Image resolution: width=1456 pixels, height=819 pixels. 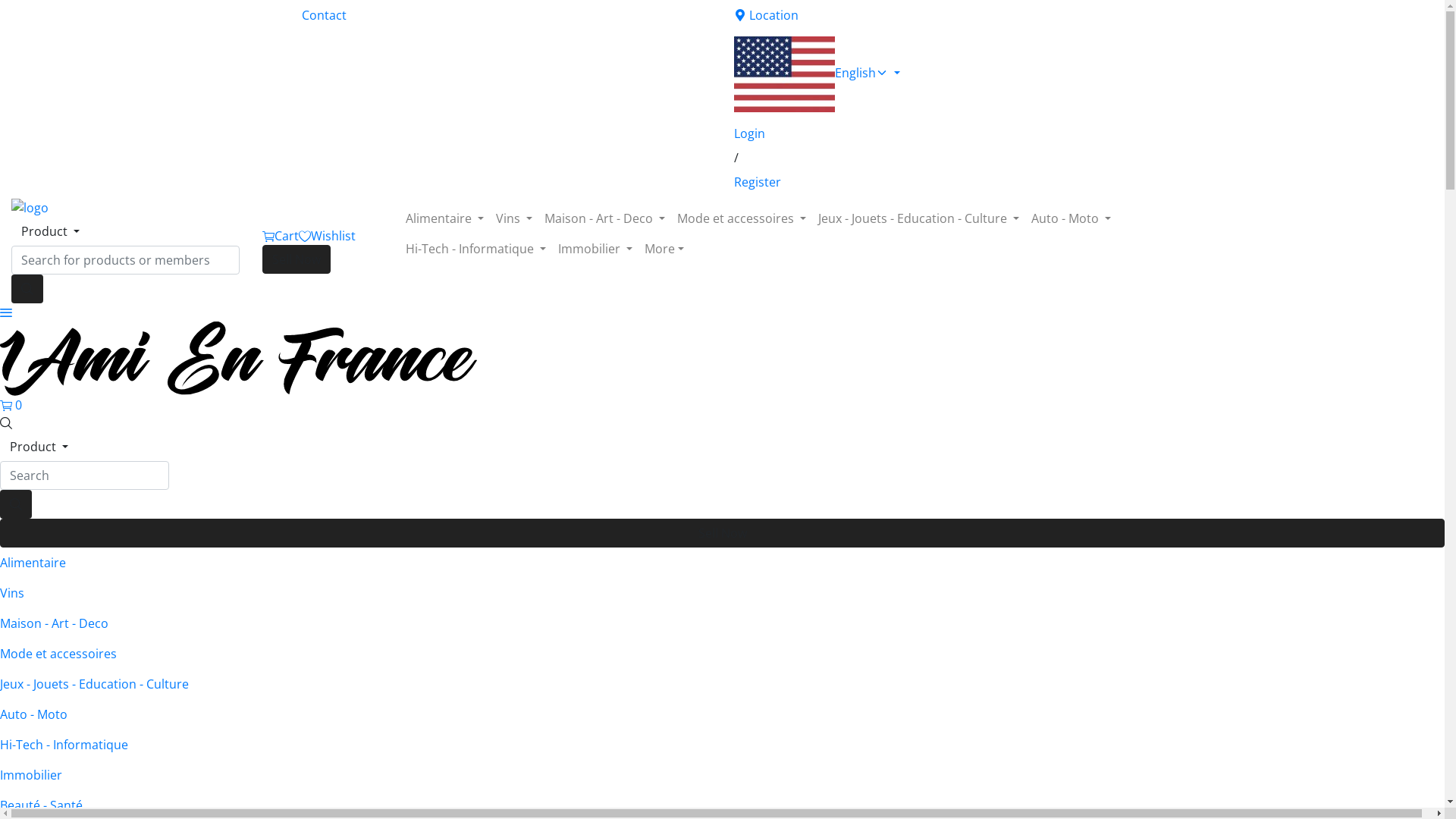 What do you see at coordinates (0, 684) in the screenshot?
I see `'Jeux - Jouets - Education - Culture'` at bounding box center [0, 684].